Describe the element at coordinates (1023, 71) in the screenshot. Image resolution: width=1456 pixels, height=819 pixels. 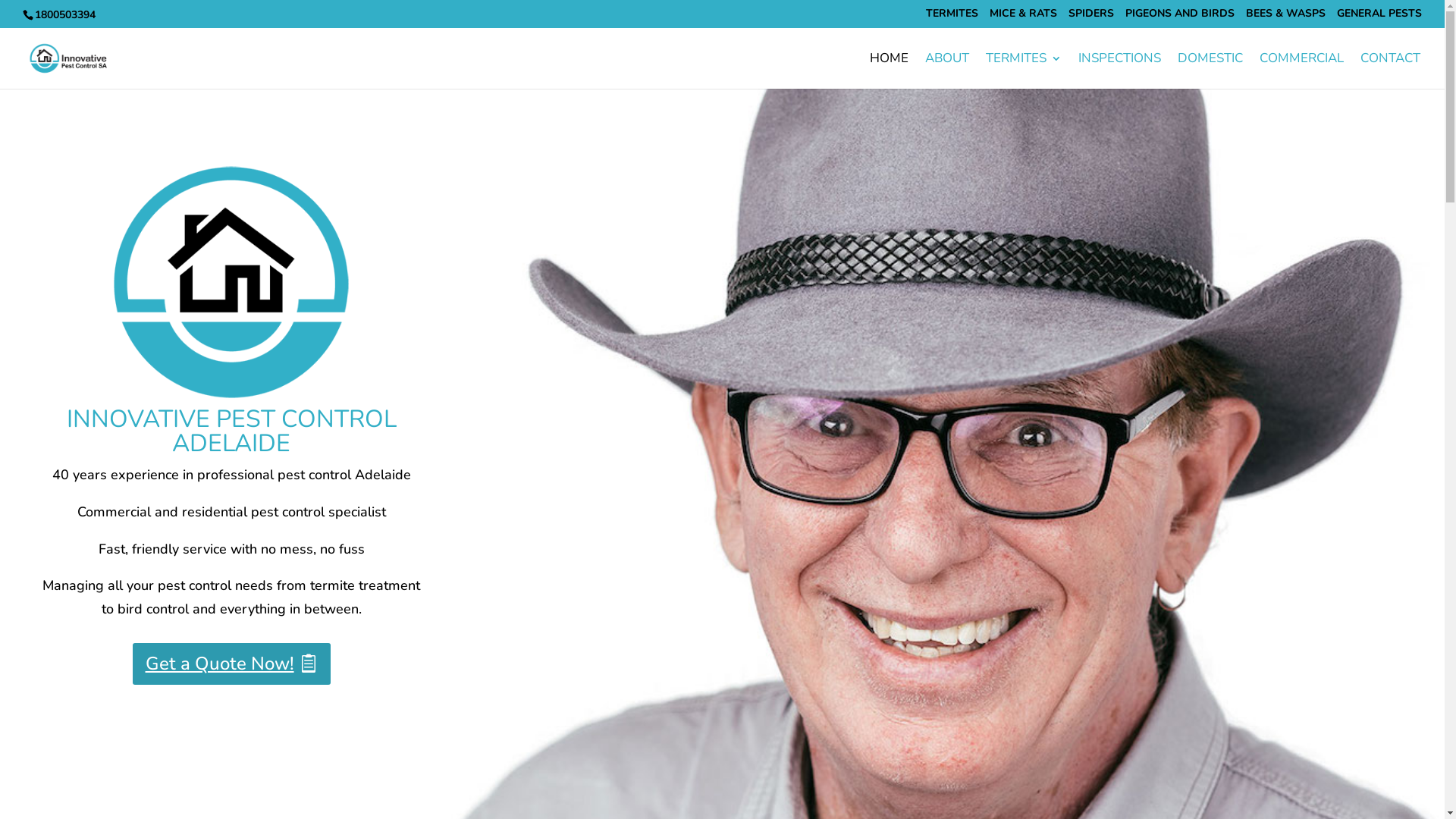
I see `'TERMITES'` at that location.